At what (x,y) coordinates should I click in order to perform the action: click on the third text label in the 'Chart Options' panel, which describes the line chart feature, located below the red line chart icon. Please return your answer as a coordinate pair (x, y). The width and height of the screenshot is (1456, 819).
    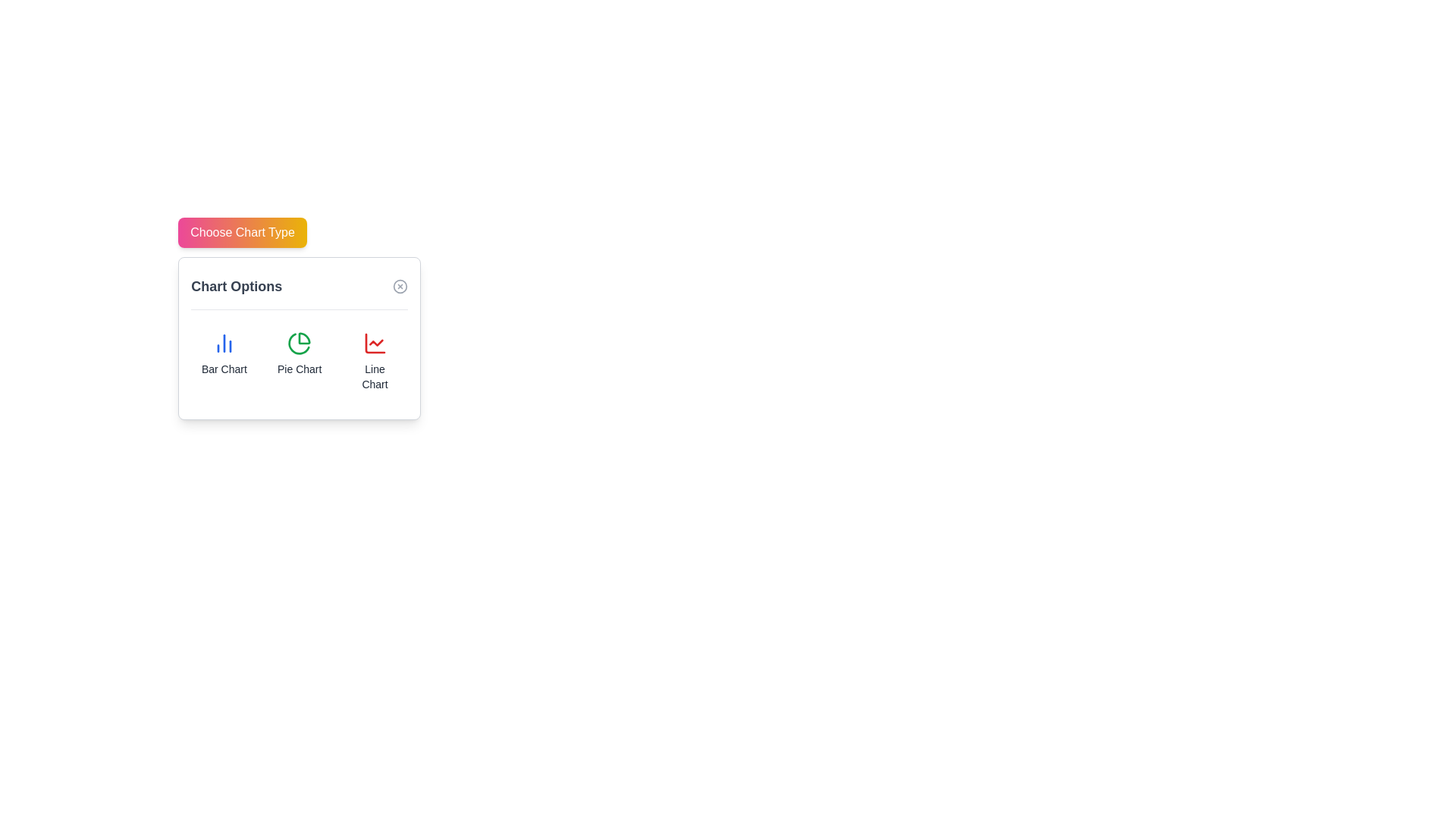
    Looking at the image, I should click on (375, 376).